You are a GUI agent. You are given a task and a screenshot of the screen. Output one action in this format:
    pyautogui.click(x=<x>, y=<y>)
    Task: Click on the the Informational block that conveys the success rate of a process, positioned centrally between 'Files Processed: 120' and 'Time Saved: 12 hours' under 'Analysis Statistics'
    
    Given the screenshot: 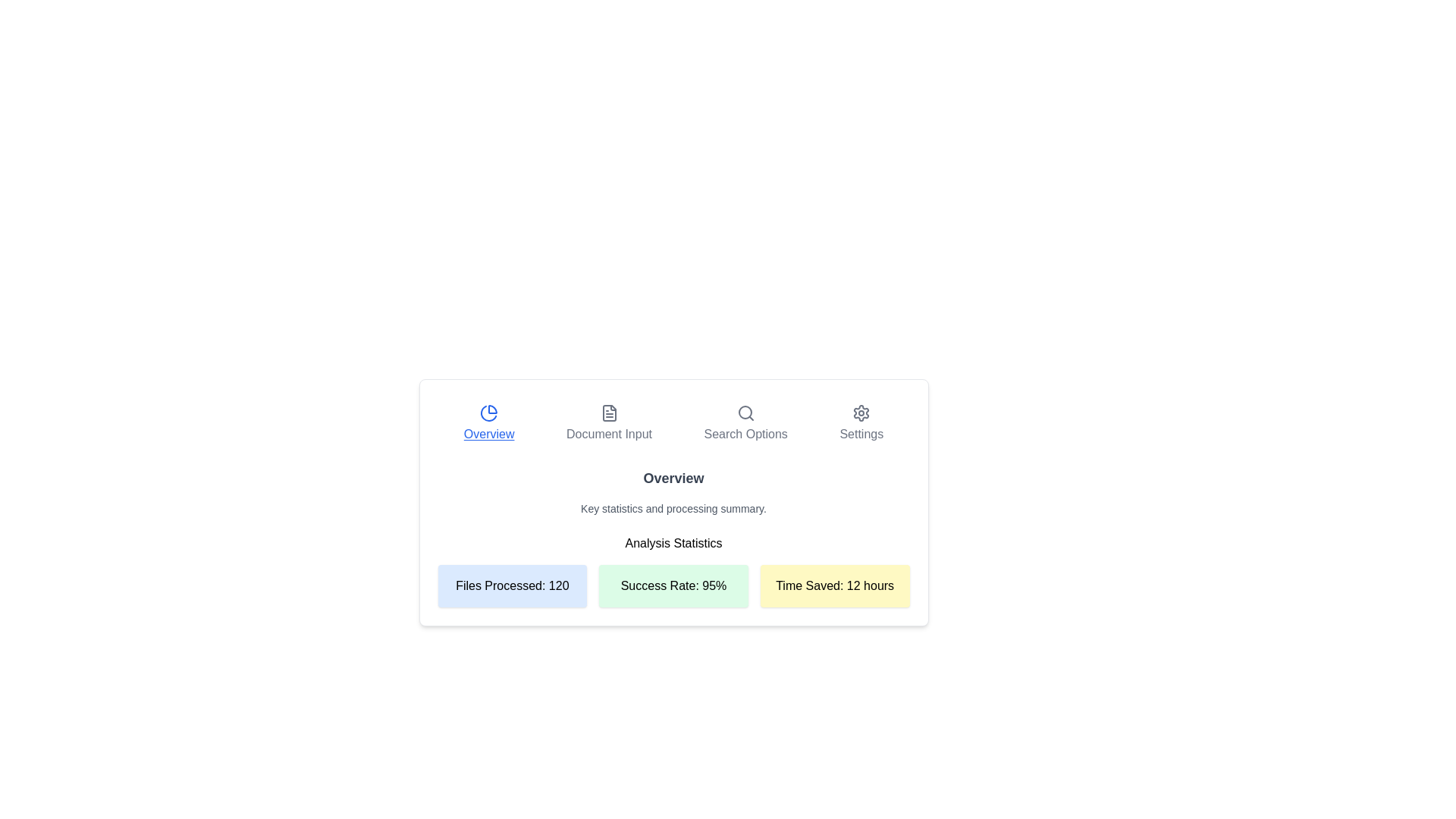 What is the action you would take?
    pyautogui.click(x=673, y=570)
    